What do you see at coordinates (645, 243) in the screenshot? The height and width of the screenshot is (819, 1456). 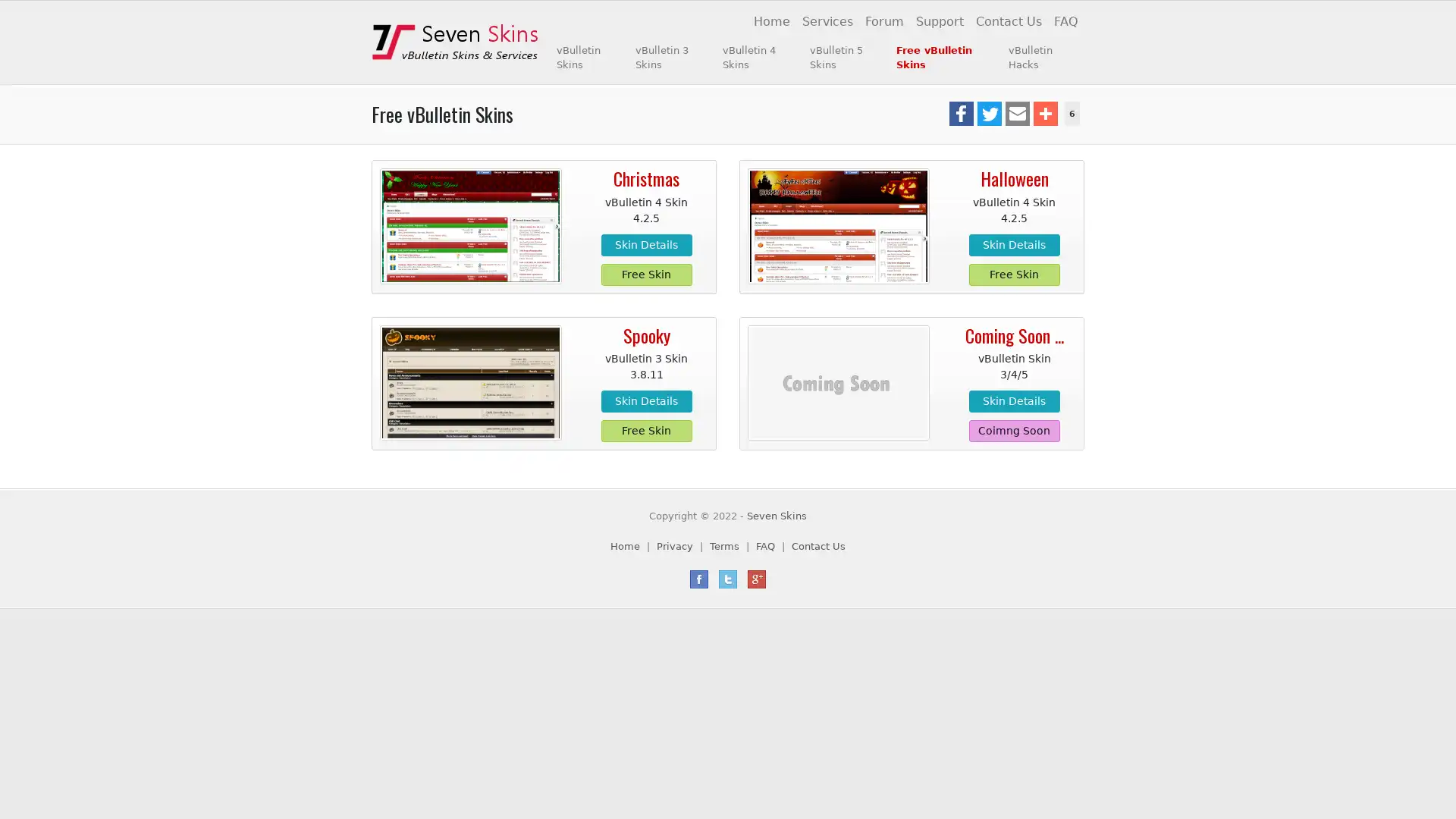 I see `Skin Details` at bounding box center [645, 243].